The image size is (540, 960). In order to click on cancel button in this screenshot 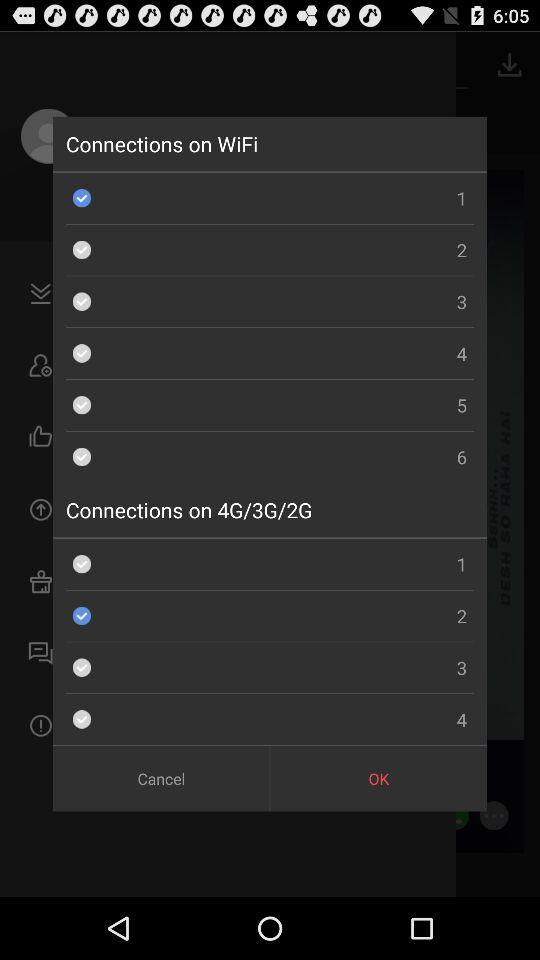, I will do `click(160, 777)`.